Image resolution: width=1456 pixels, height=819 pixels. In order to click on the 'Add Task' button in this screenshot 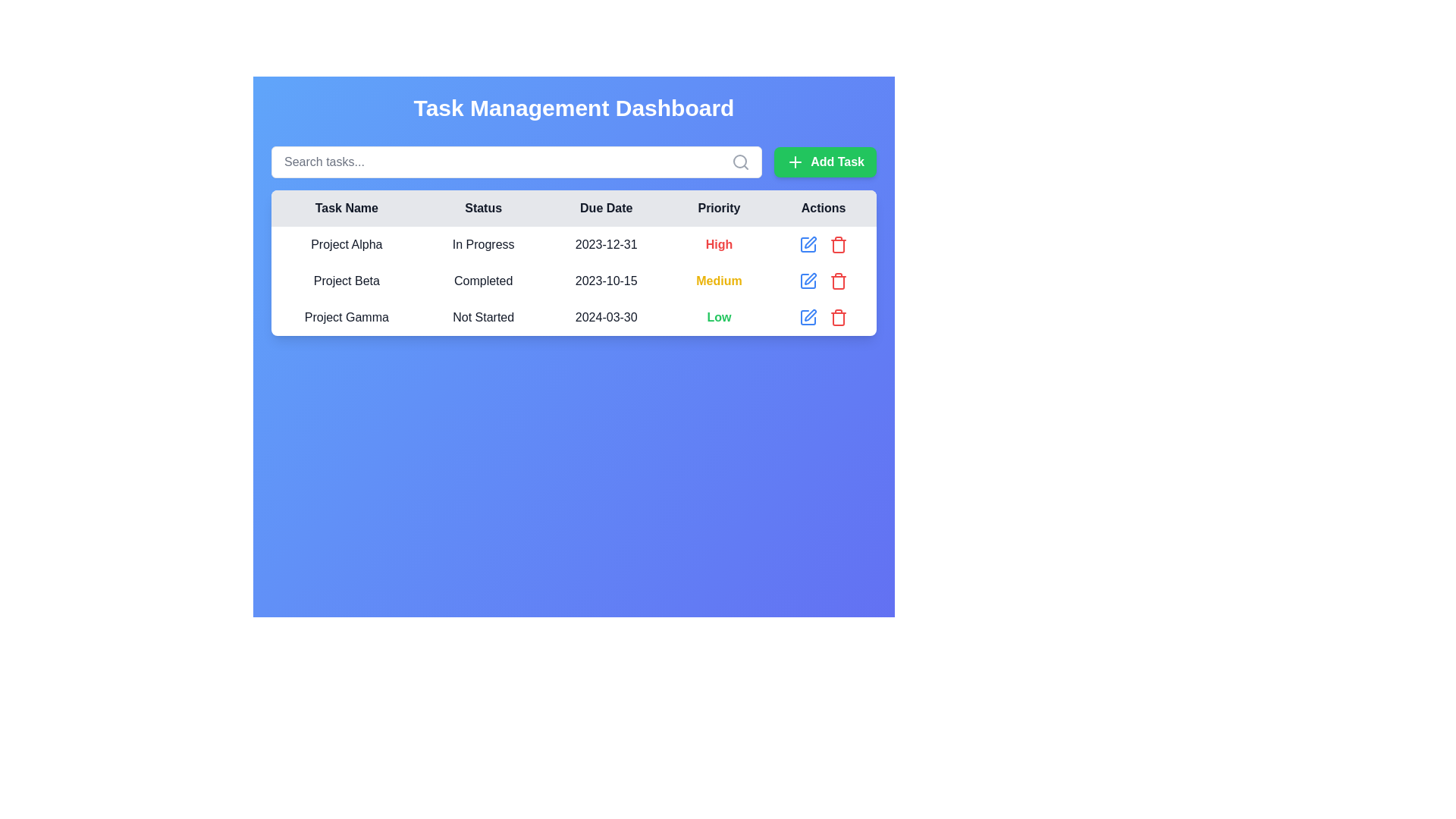, I will do `click(824, 162)`.